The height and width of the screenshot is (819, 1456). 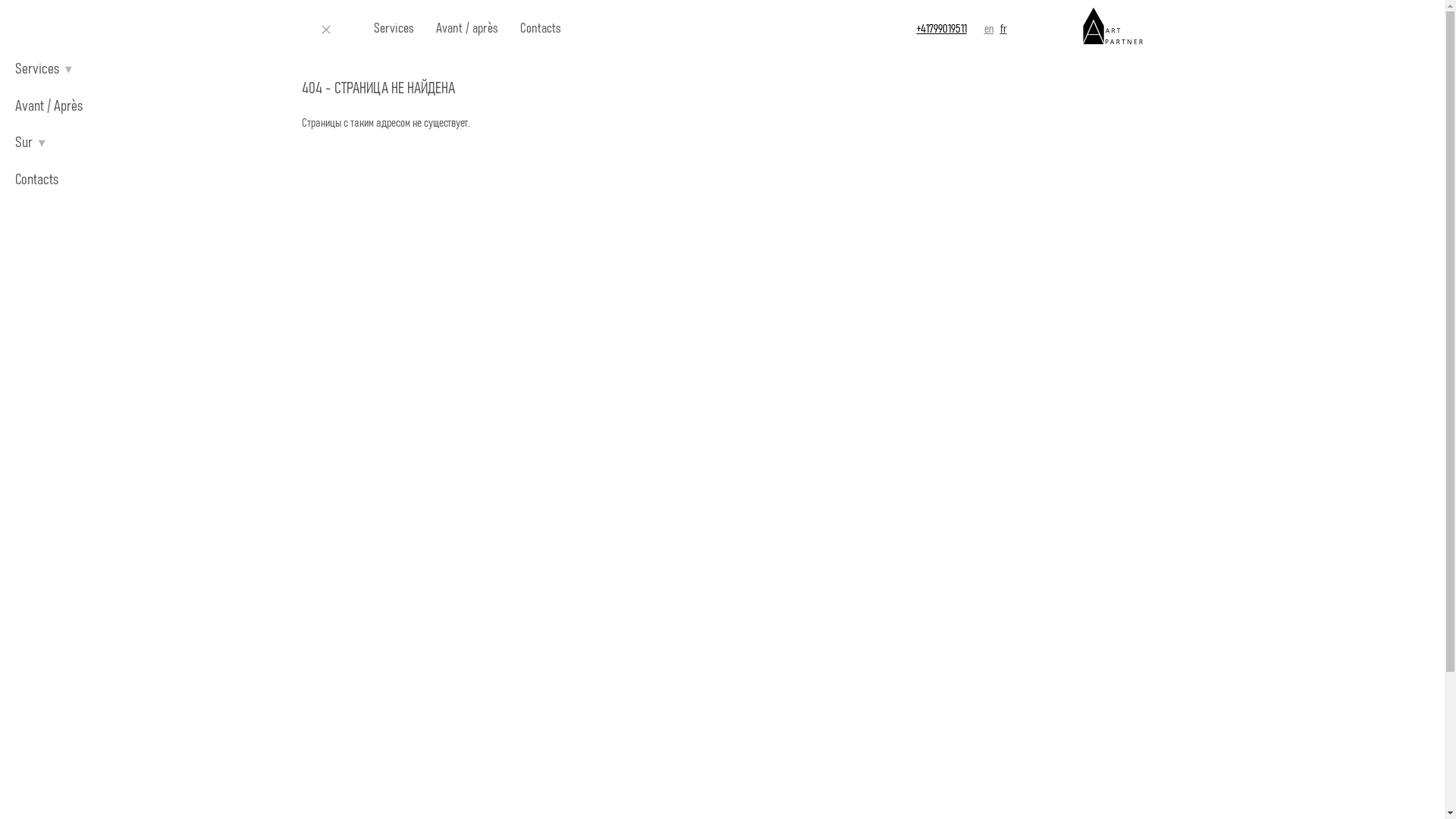 What do you see at coordinates (989, 29) in the screenshot?
I see `'en'` at bounding box center [989, 29].